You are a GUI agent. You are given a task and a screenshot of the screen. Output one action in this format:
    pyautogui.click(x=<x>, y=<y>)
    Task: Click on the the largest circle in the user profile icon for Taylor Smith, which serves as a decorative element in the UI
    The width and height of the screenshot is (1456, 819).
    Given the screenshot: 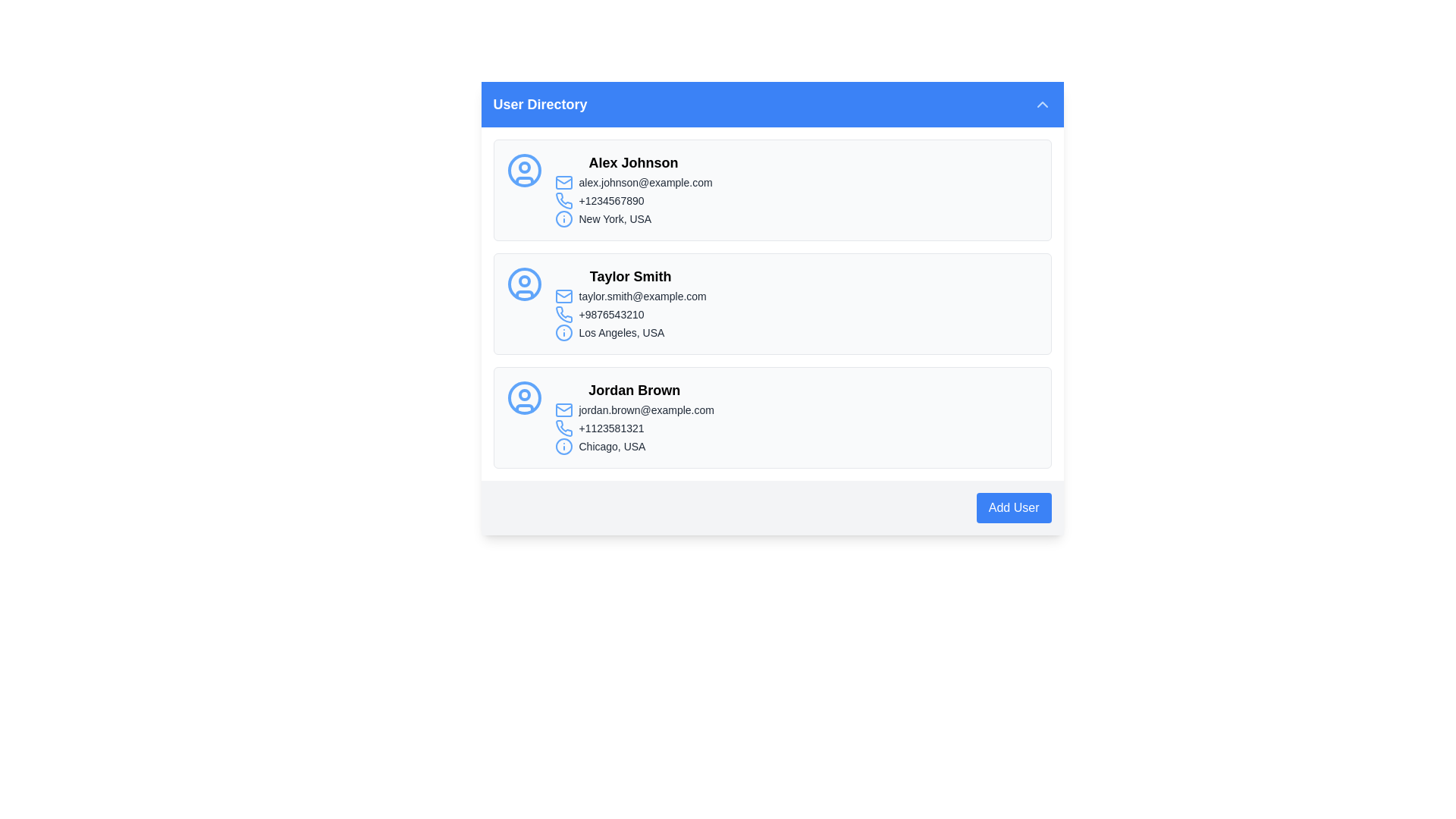 What is the action you would take?
    pyautogui.click(x=524, y=284)
    